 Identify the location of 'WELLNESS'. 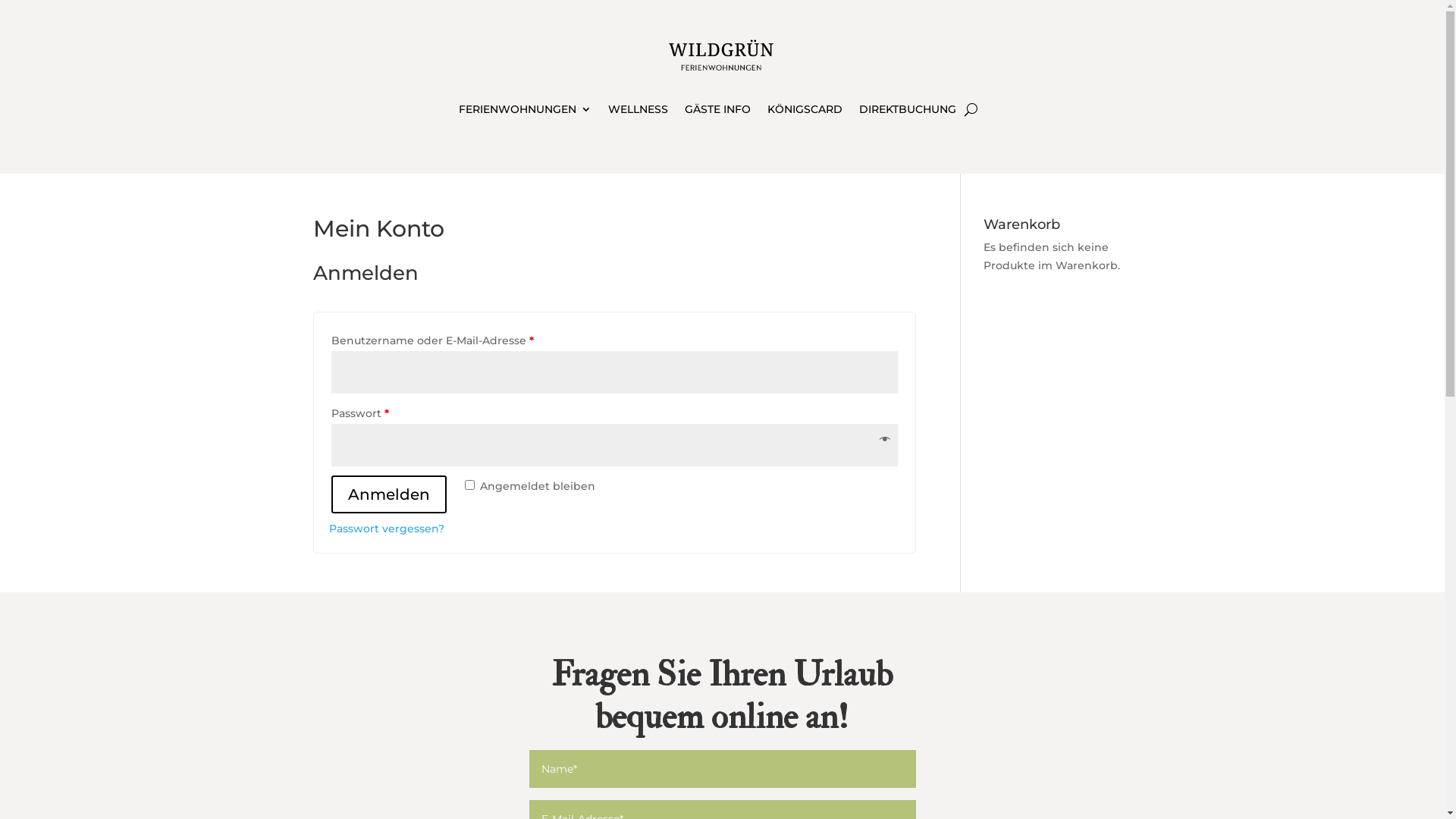
(607, 111).